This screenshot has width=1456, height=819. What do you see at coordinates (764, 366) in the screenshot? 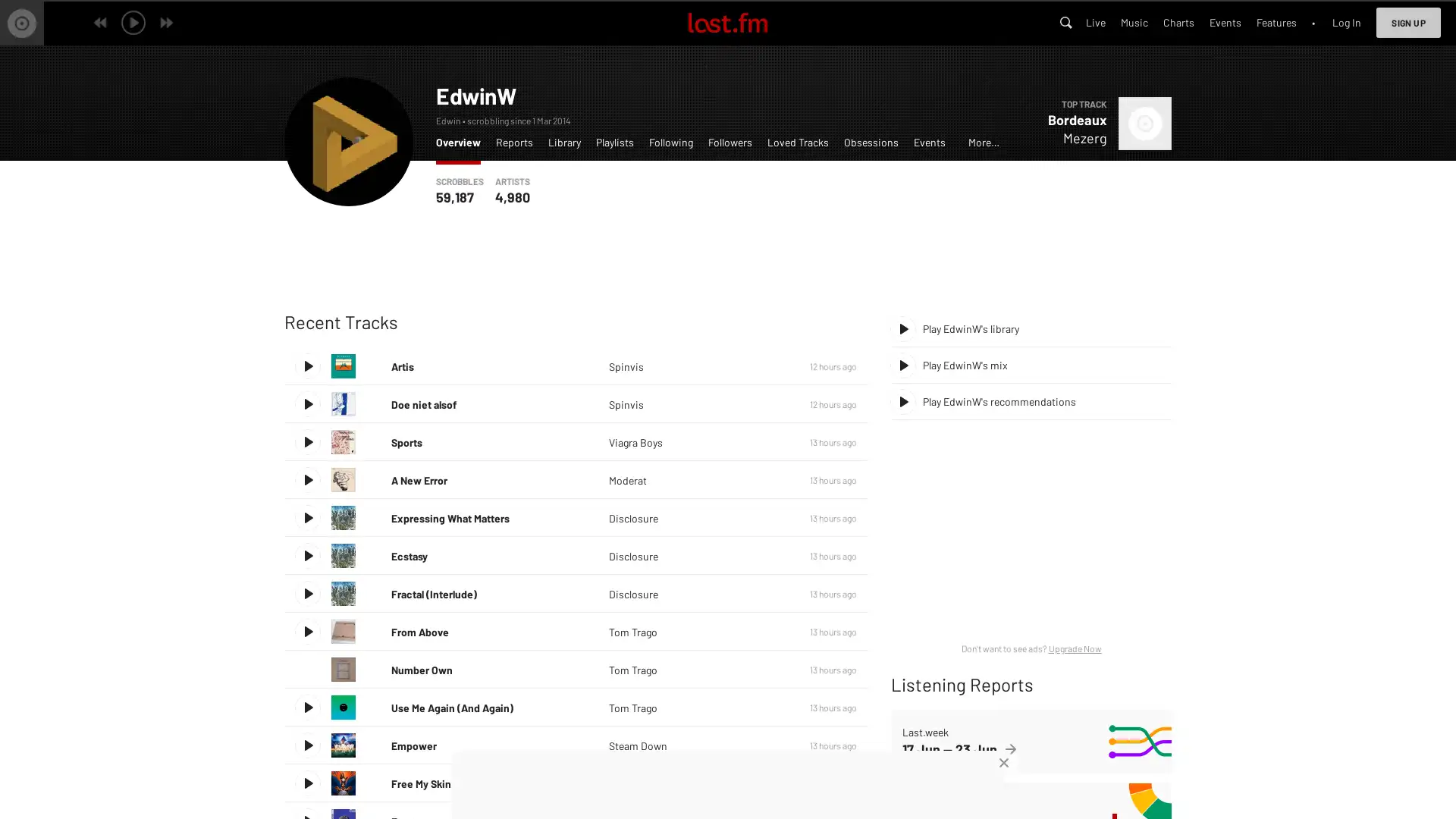
I see `More` at bounding box center [764, 366].